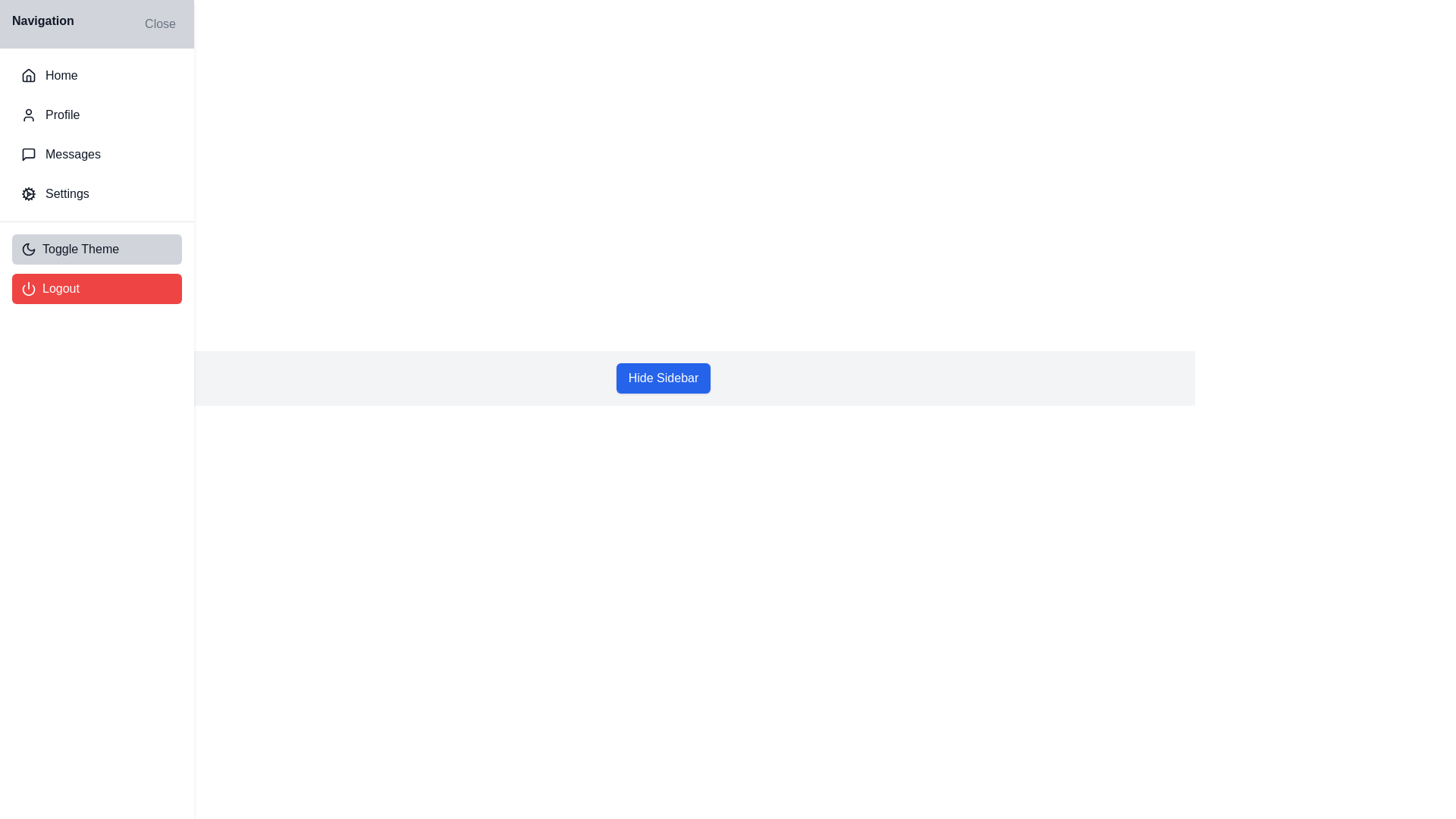 This screenshot has width=1456, height=819. What do you see at coordinates (29, 193) in the screenshot?
I see `the outermost circular shape of the settings cog icon in the left sidebar, which serves as a decorative graphic element` at bounding box center [29, 193].